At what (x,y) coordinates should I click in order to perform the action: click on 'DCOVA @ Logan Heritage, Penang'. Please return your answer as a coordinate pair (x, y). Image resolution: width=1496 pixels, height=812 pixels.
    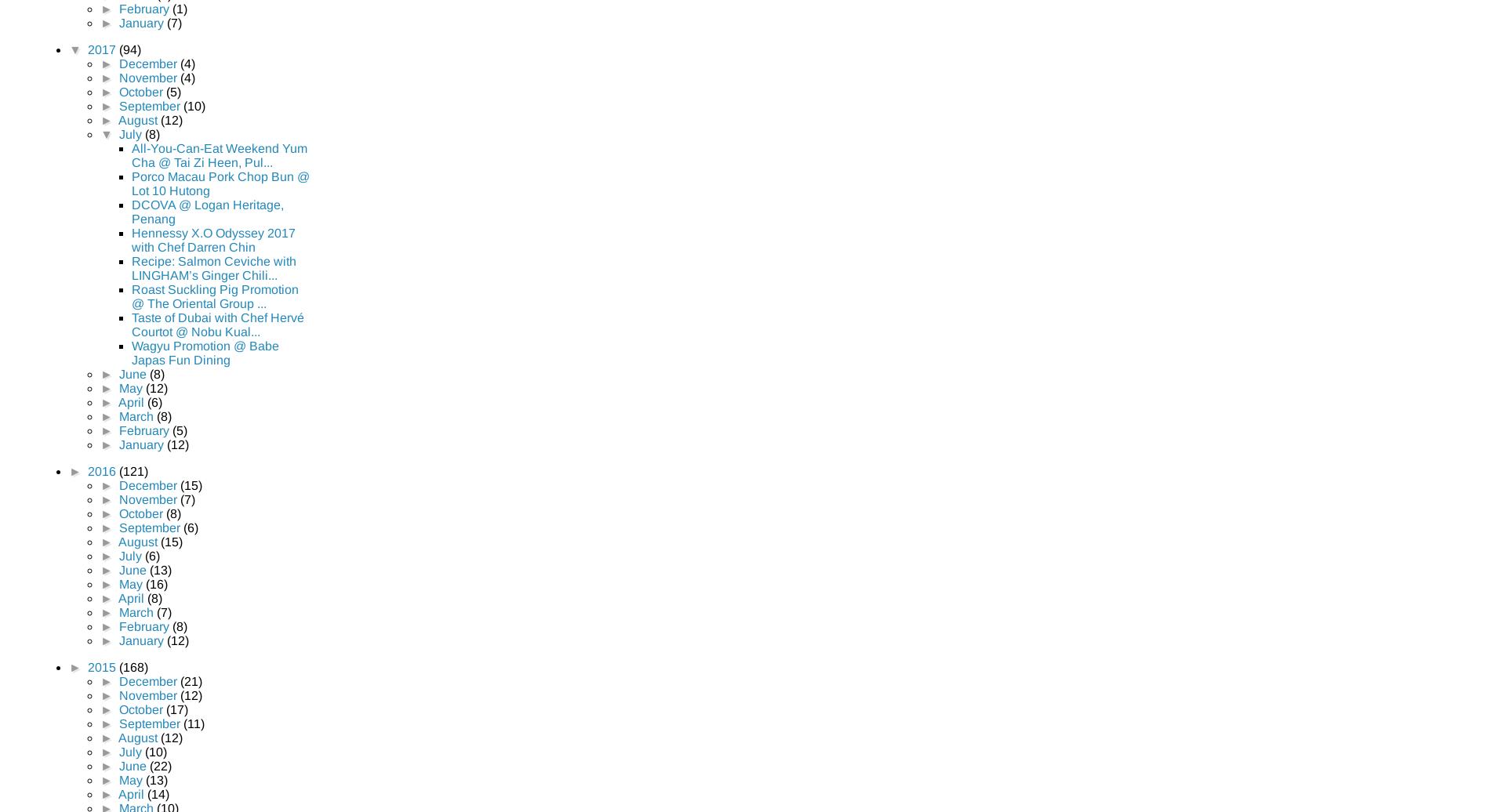
    Looking at the image, I should click on (208, 211).